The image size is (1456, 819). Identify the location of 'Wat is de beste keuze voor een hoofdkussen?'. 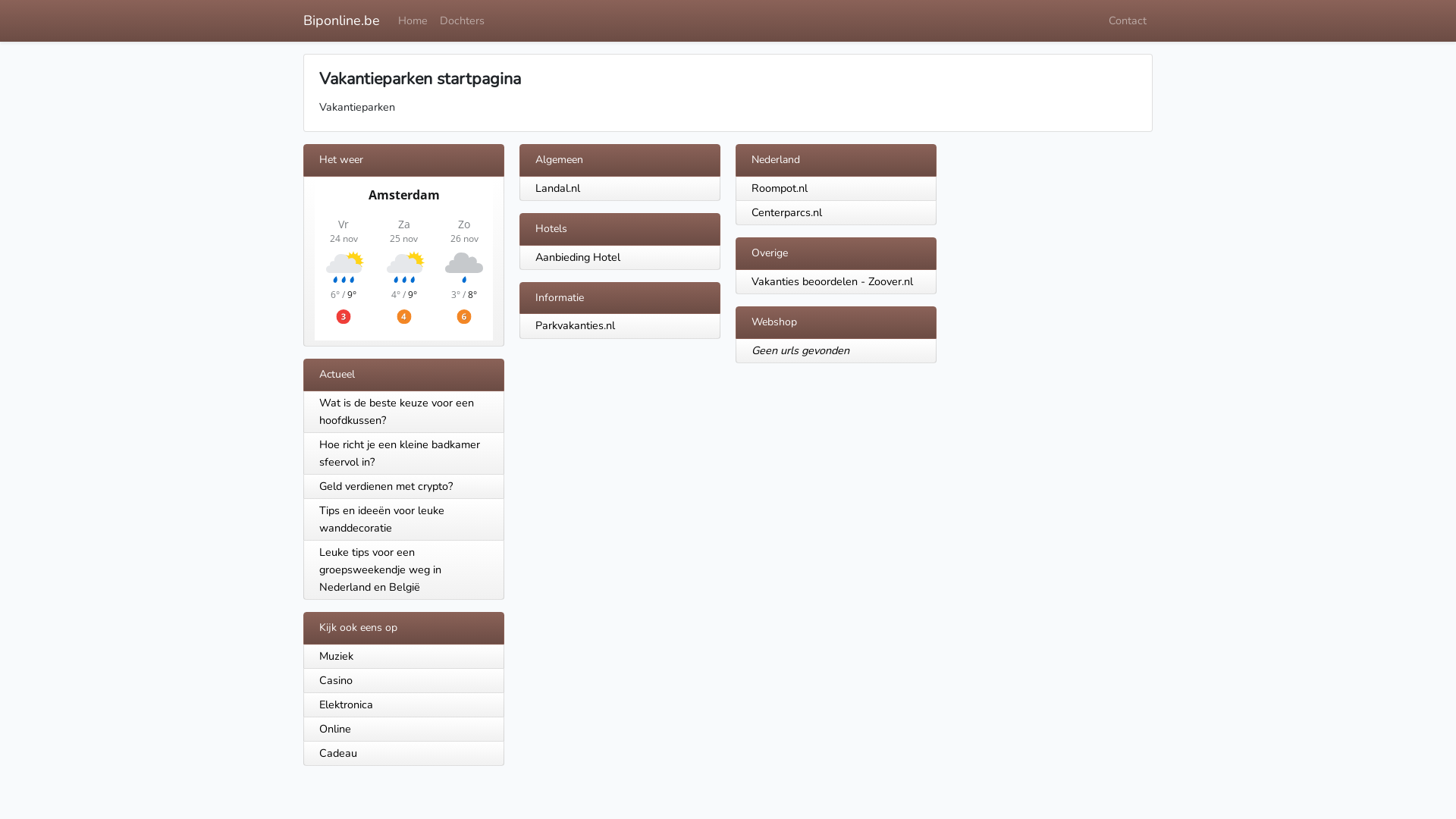
(303, 412).